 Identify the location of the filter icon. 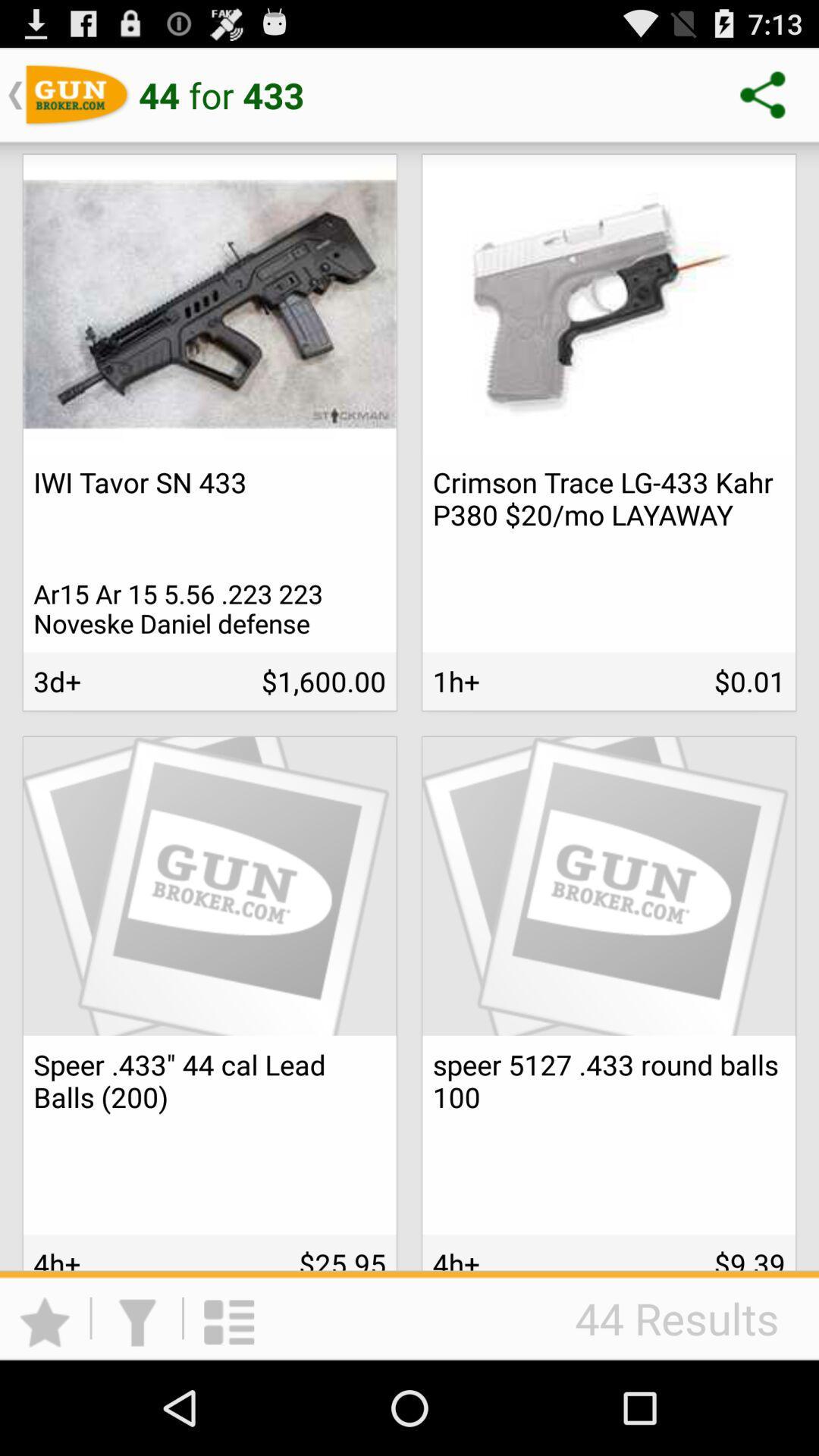
(136, 1410).